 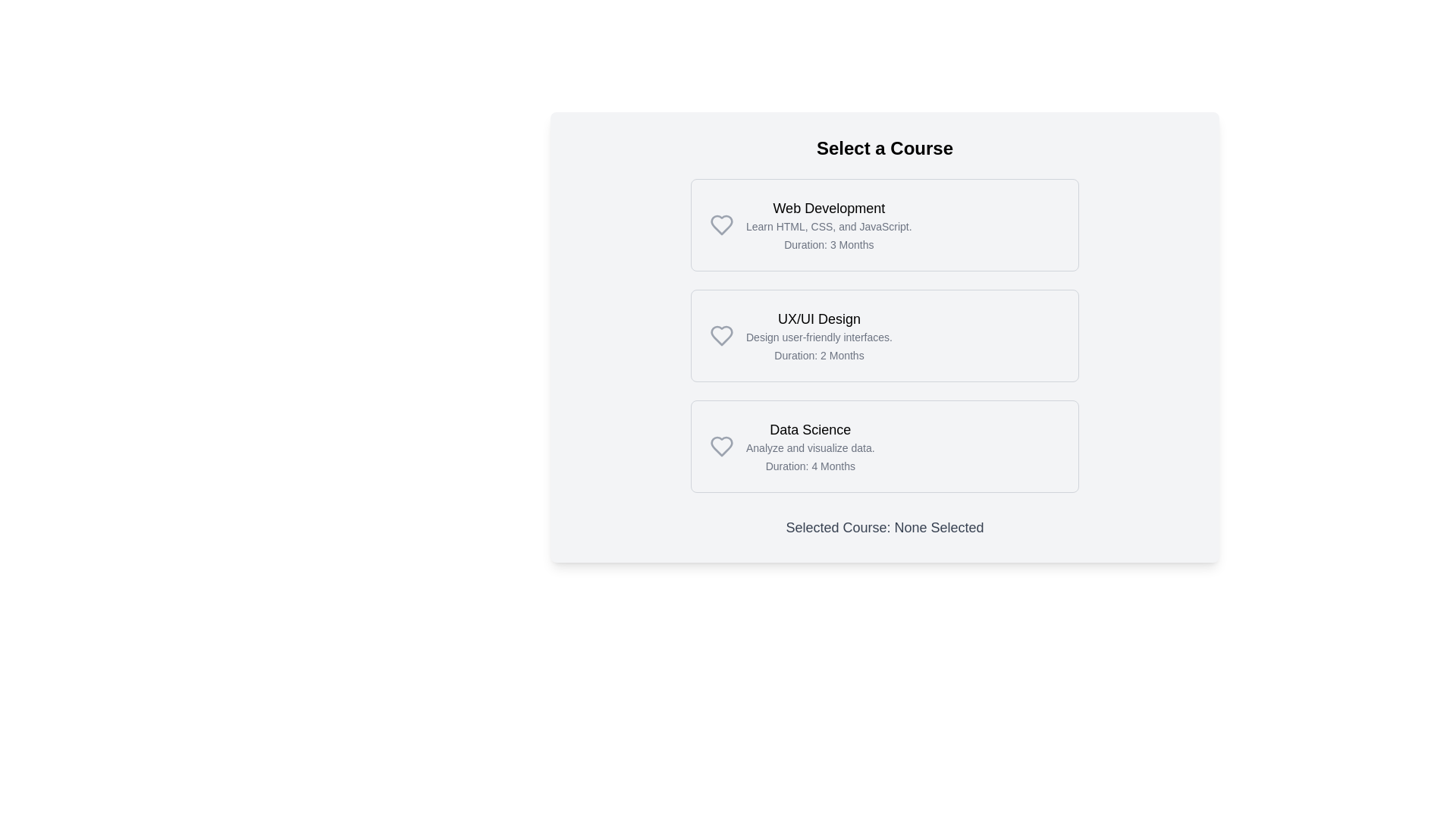 What do you see at coordinates (818, 356) in the screenshot?
I see `the informational text stating 'Duration: 2 Months.' to trigger any potential tooltip or change` at bounding box center [818, 356].